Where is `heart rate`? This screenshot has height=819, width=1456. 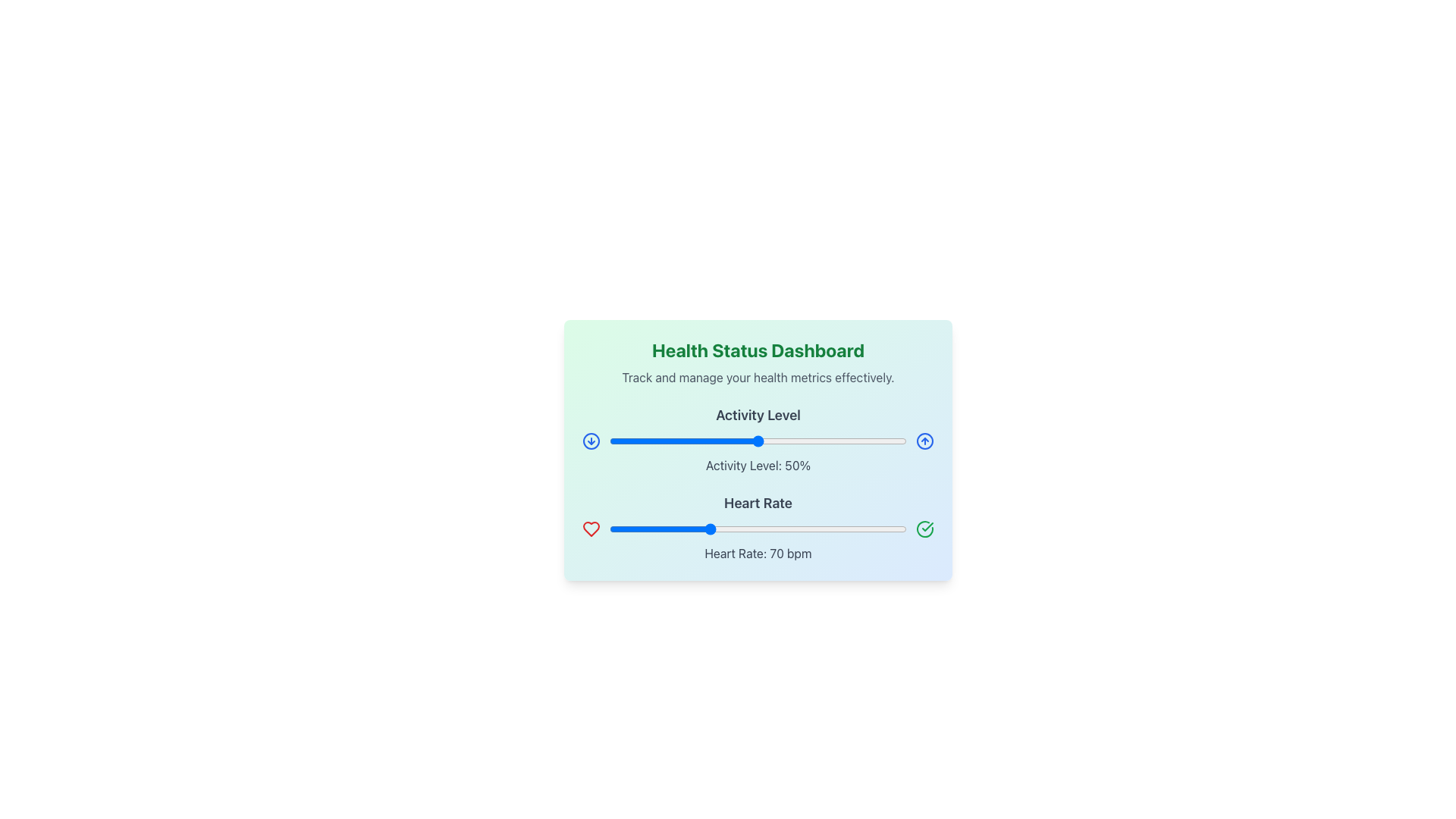 heart rate is located at coordinates (683, 529).